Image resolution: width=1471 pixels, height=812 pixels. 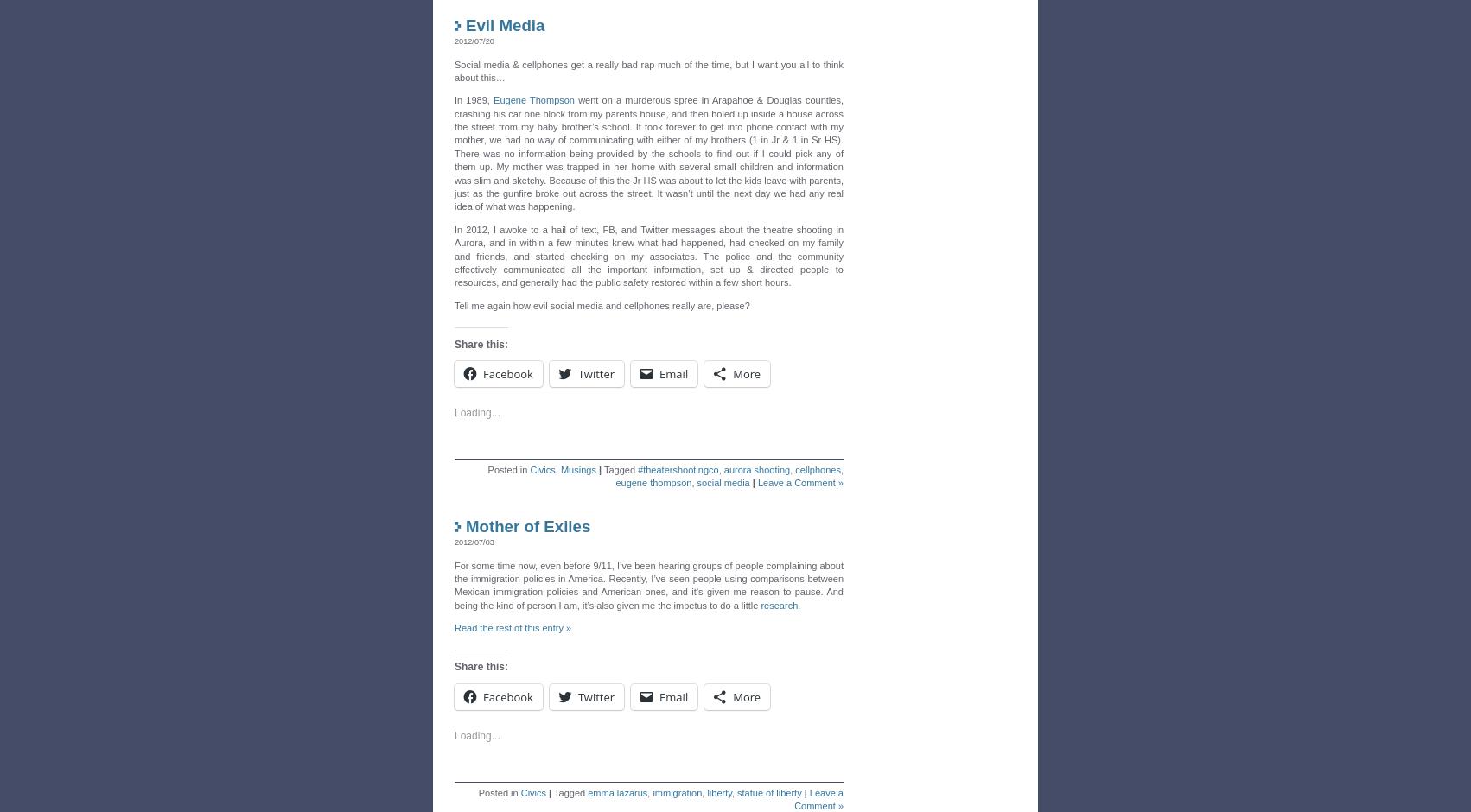 I want to click on '2012/07/20', so click(x=473, y=41).